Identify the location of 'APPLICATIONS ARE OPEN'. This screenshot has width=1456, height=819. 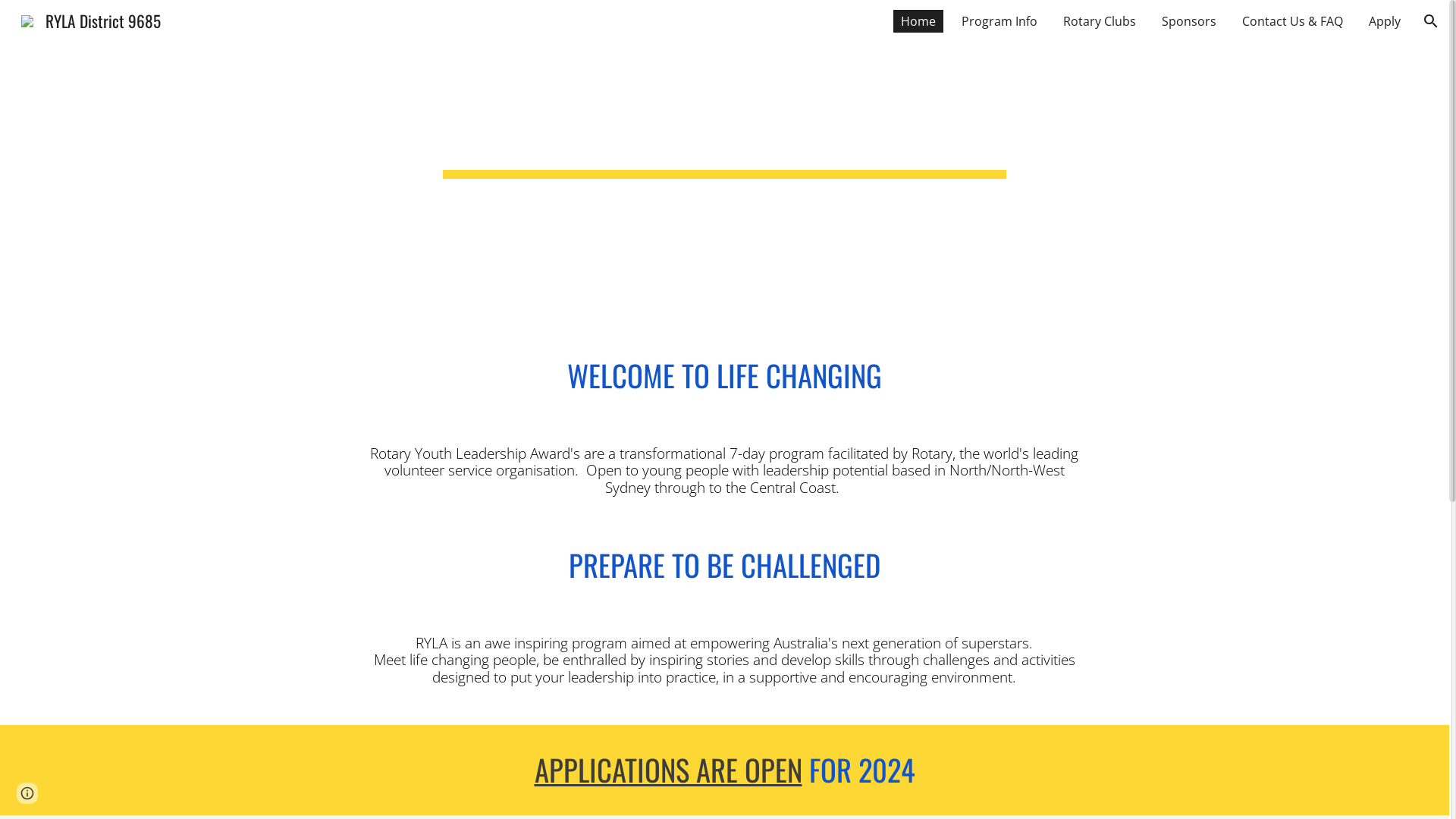
(667, 769).